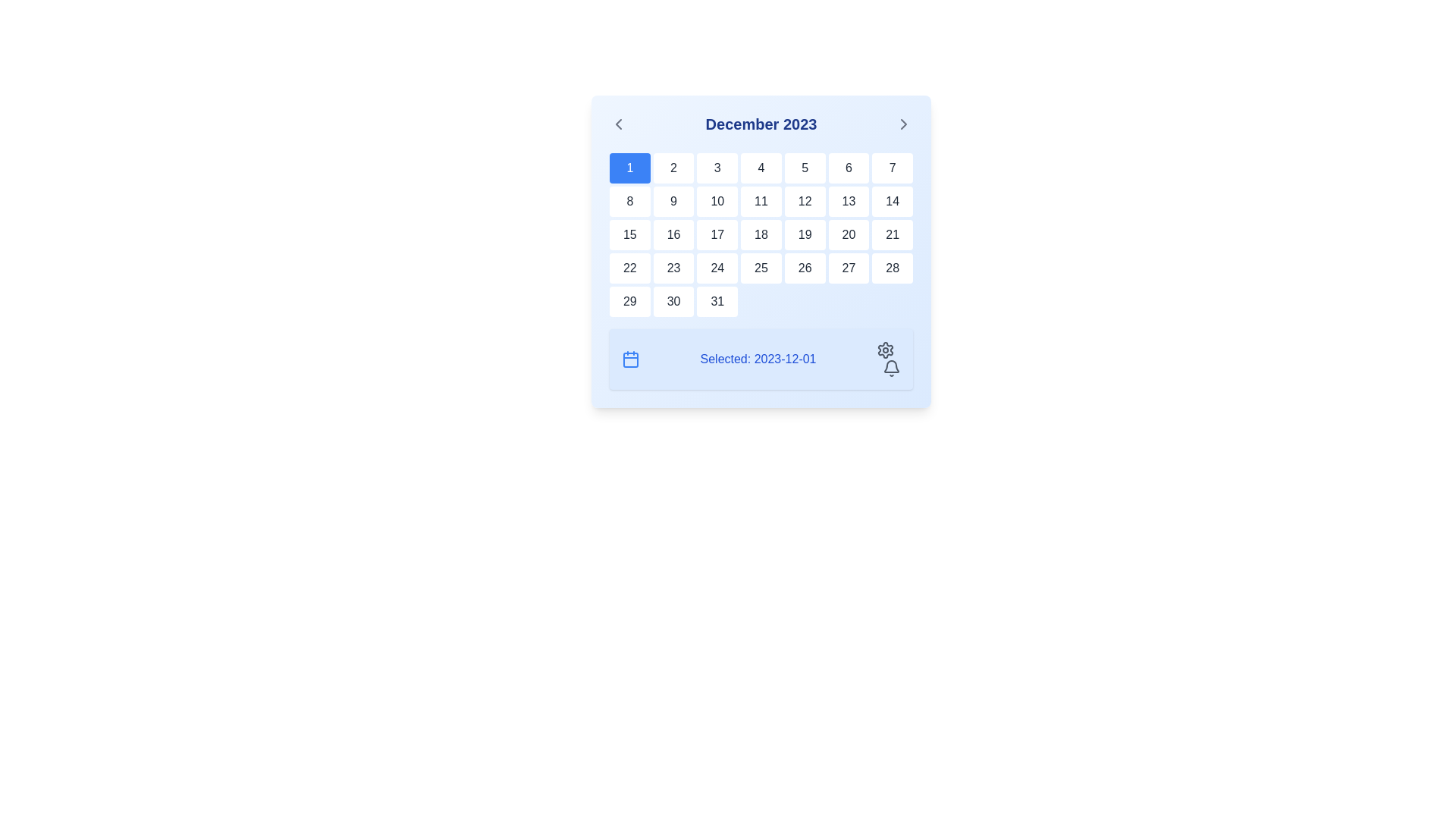  I want to click on the clickable calendar day button labeled '12' for keyboard navigation, so click(804, 201).